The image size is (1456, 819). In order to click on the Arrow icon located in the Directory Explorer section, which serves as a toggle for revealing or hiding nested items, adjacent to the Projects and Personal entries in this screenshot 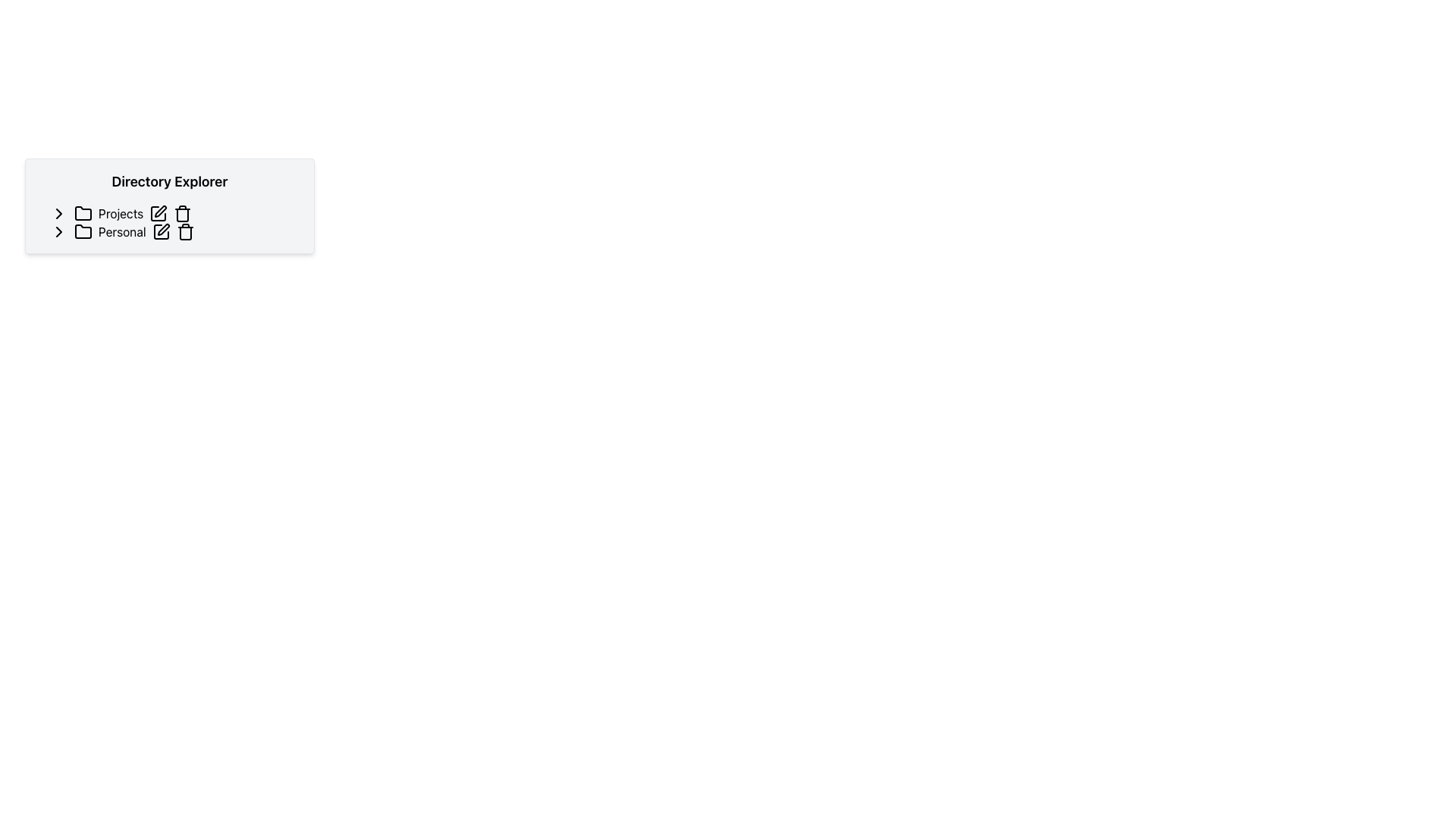, I will do `click(58, 231)`.